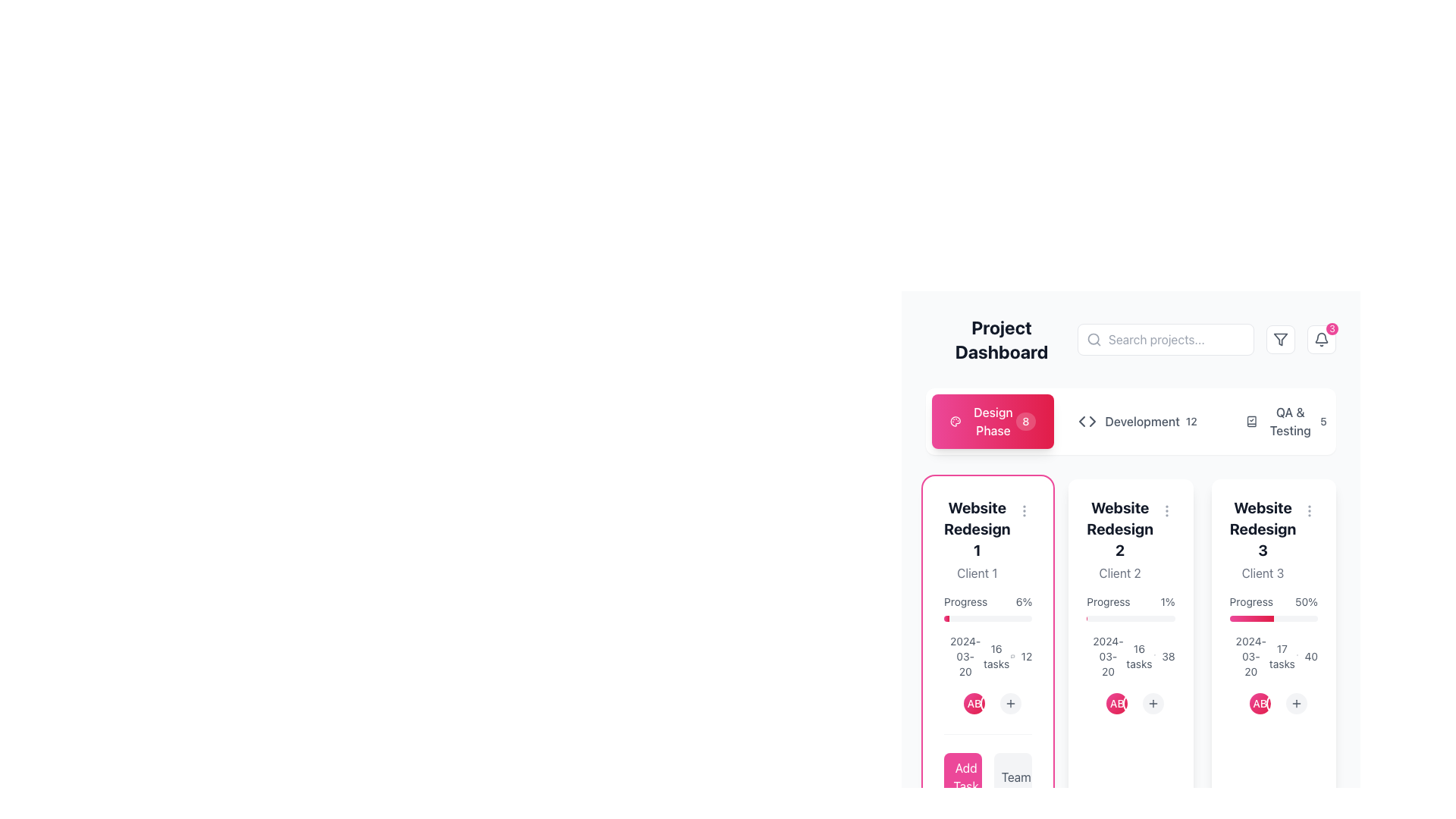 This screenshot has width=1456, height=819. I want to click on text from the 'Development' label, which is styled in gray sans-serif font and located in the horizontal navigation section near the top of the interface, between a code bracket icon and a badge displaying '12', so click(1128, 421).